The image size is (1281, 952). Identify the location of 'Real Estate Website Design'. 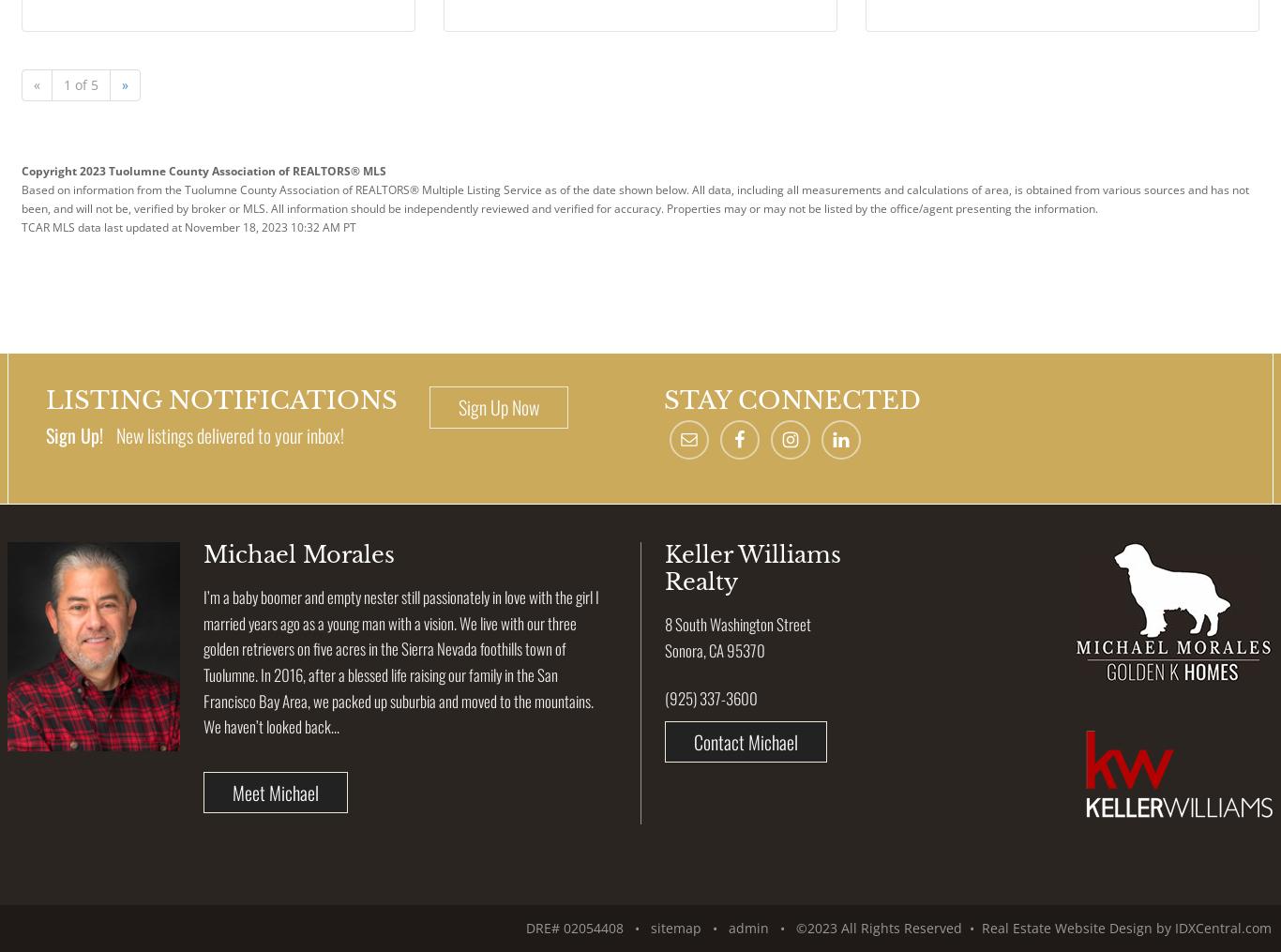
(1066, 928).